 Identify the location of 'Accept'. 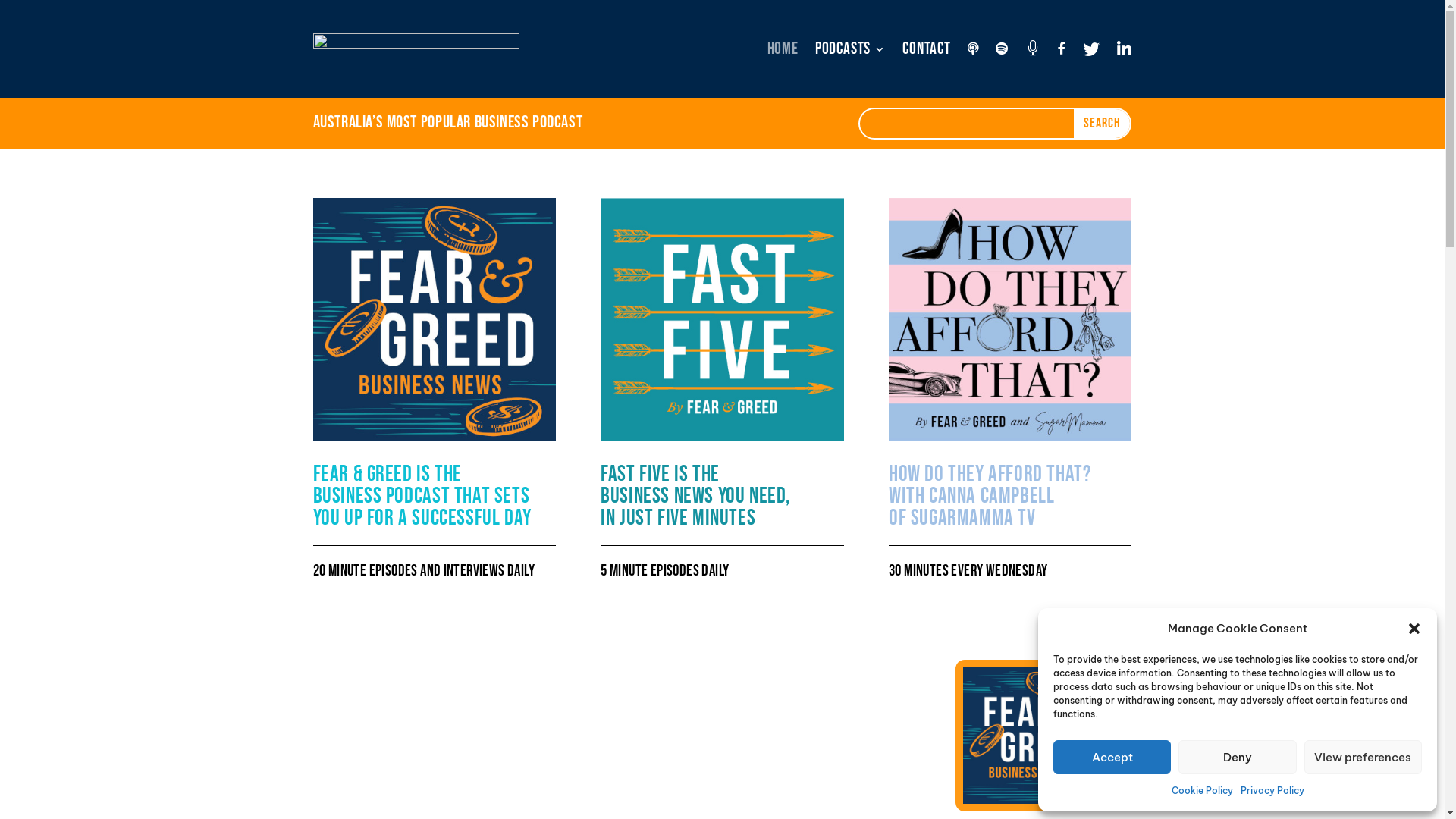
(1052, 757).